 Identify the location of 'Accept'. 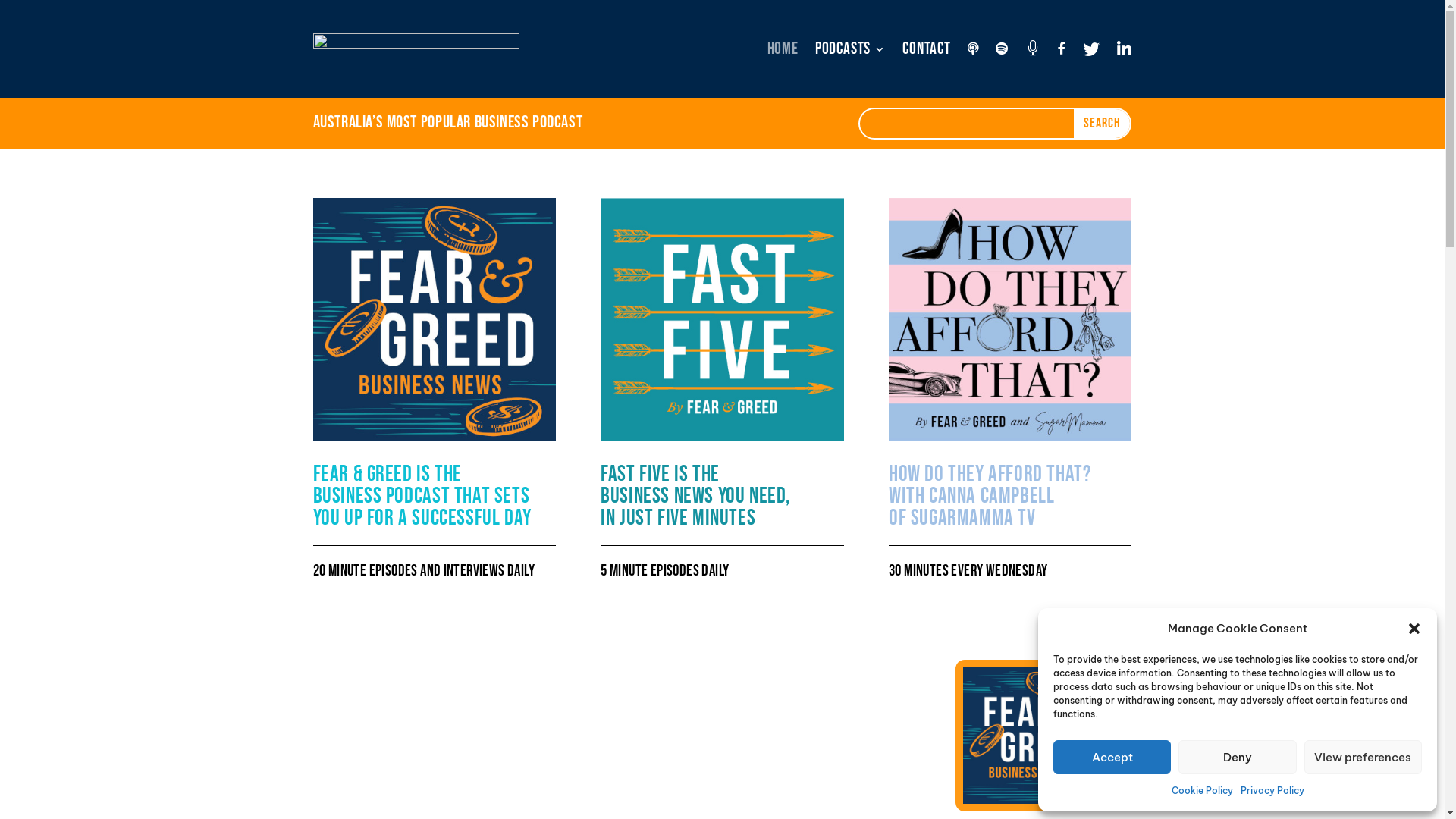
(1052, 757).